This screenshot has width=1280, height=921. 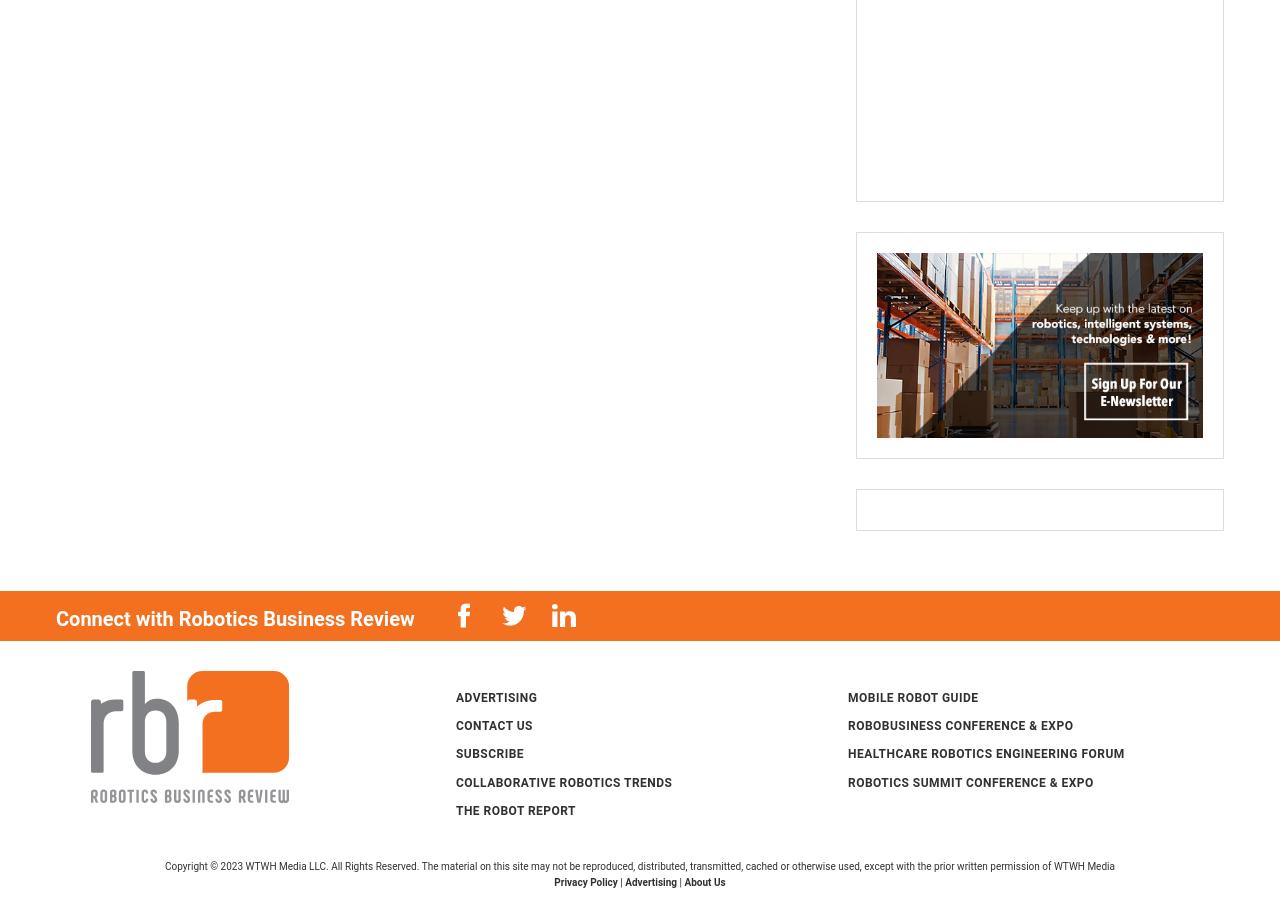 I want to click on 'Privacy Policy', so click(x=584, y=880).